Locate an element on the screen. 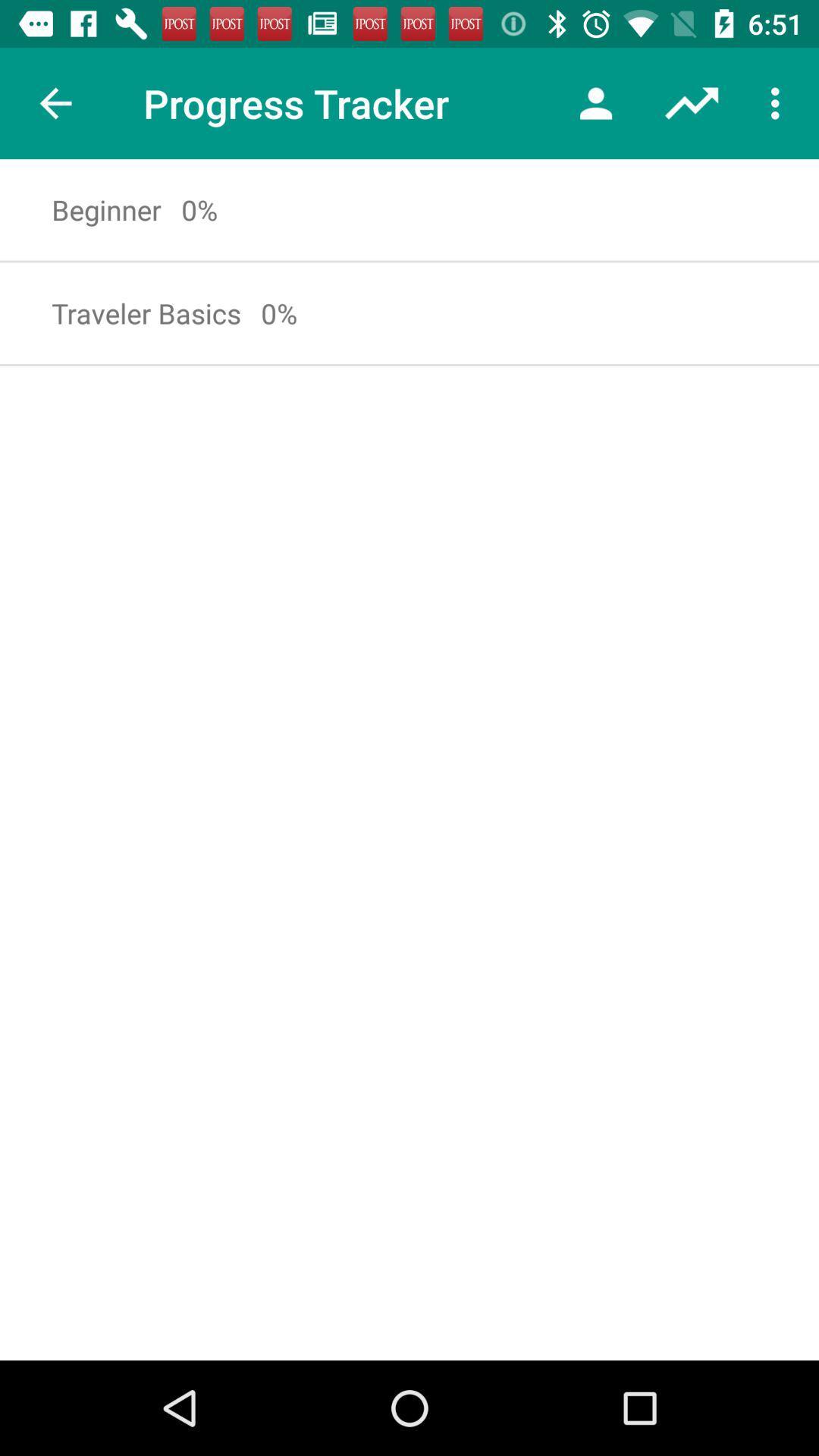  item next to the progress tracker icon is located at coordinates (595, 102).